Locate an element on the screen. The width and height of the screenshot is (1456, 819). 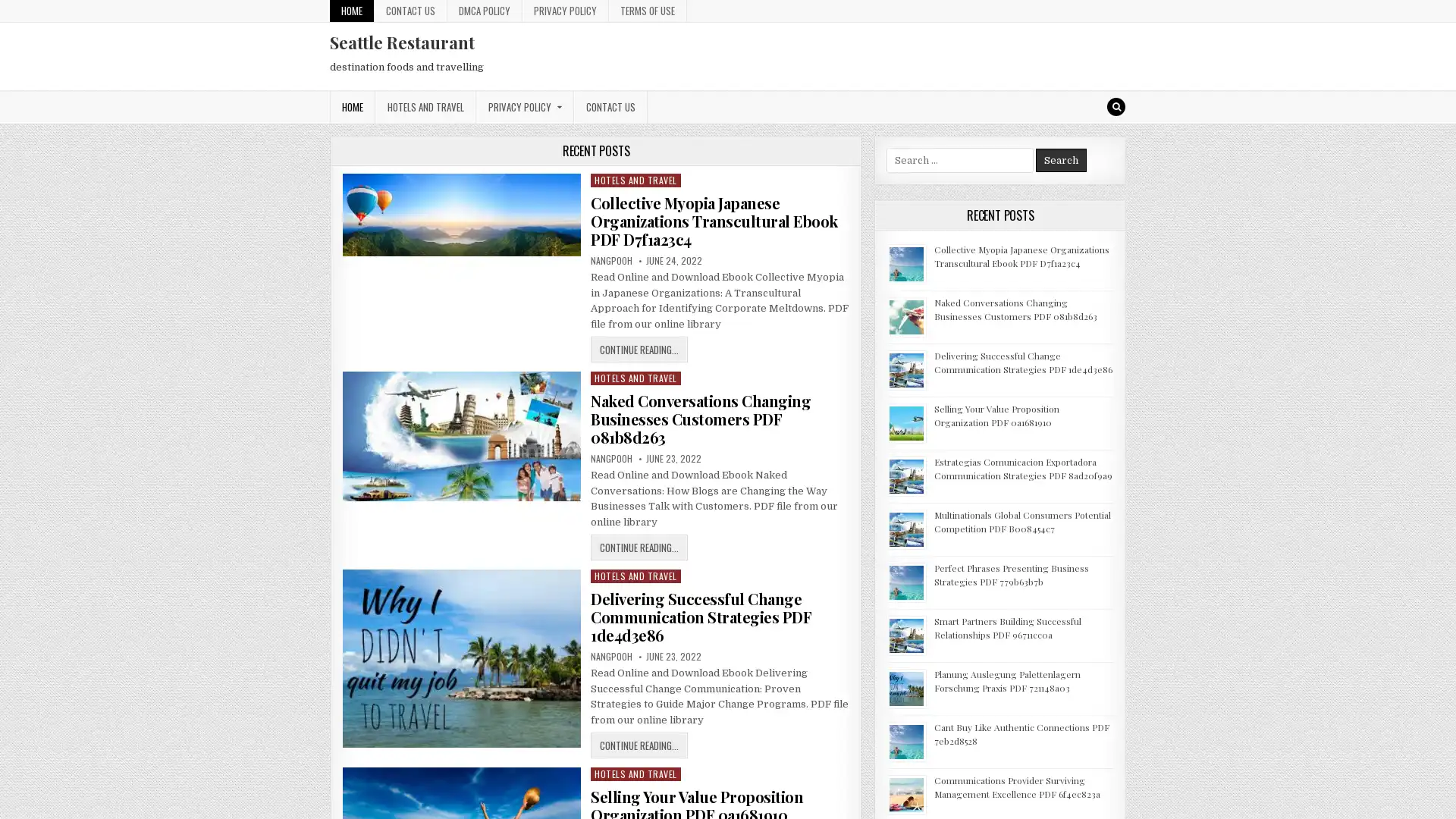
Search is located at coordinates (1060, 160).